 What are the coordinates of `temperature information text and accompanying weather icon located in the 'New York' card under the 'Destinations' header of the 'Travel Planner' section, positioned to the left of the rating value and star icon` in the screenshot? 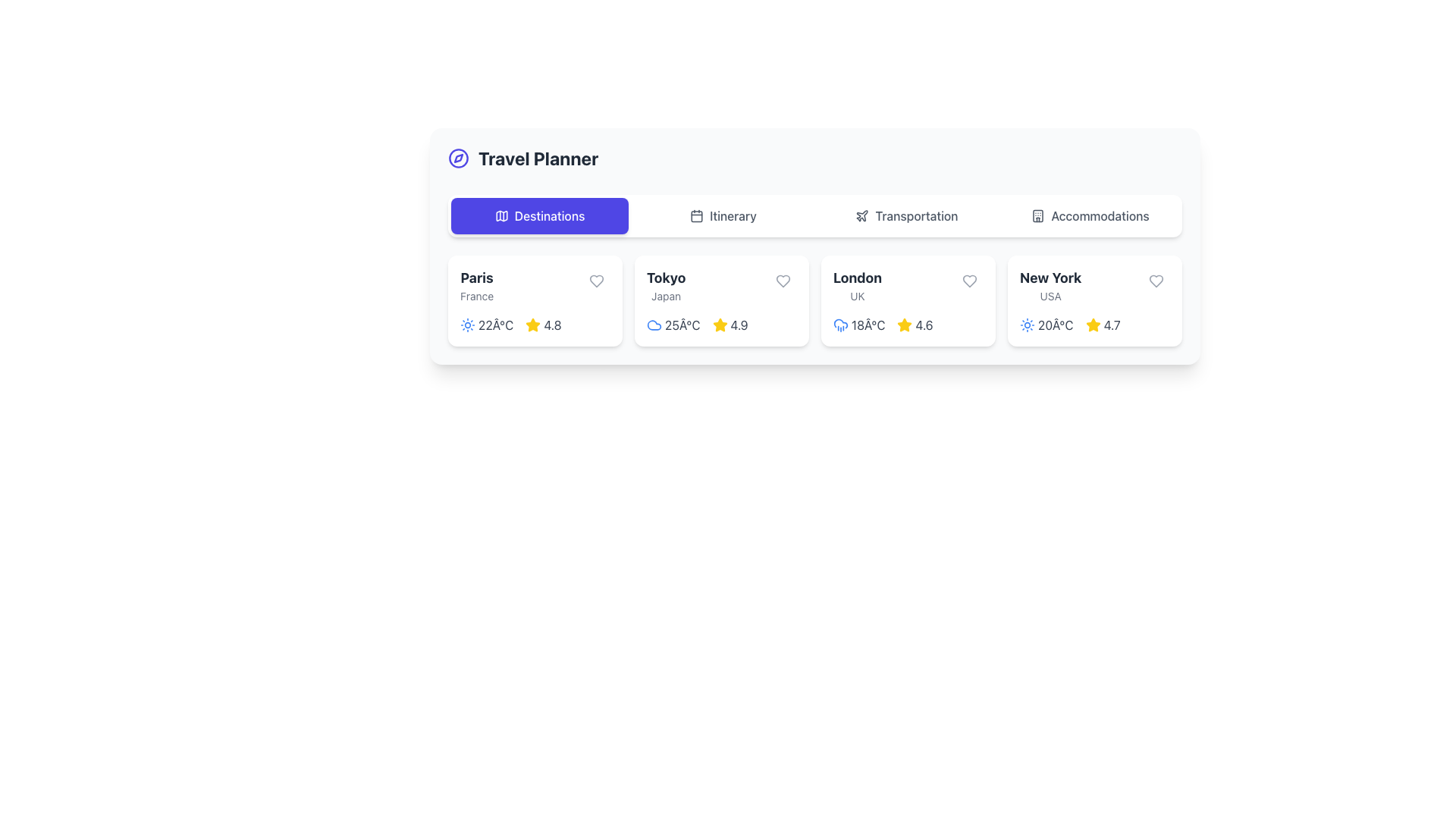 It's located at (1046, 324).